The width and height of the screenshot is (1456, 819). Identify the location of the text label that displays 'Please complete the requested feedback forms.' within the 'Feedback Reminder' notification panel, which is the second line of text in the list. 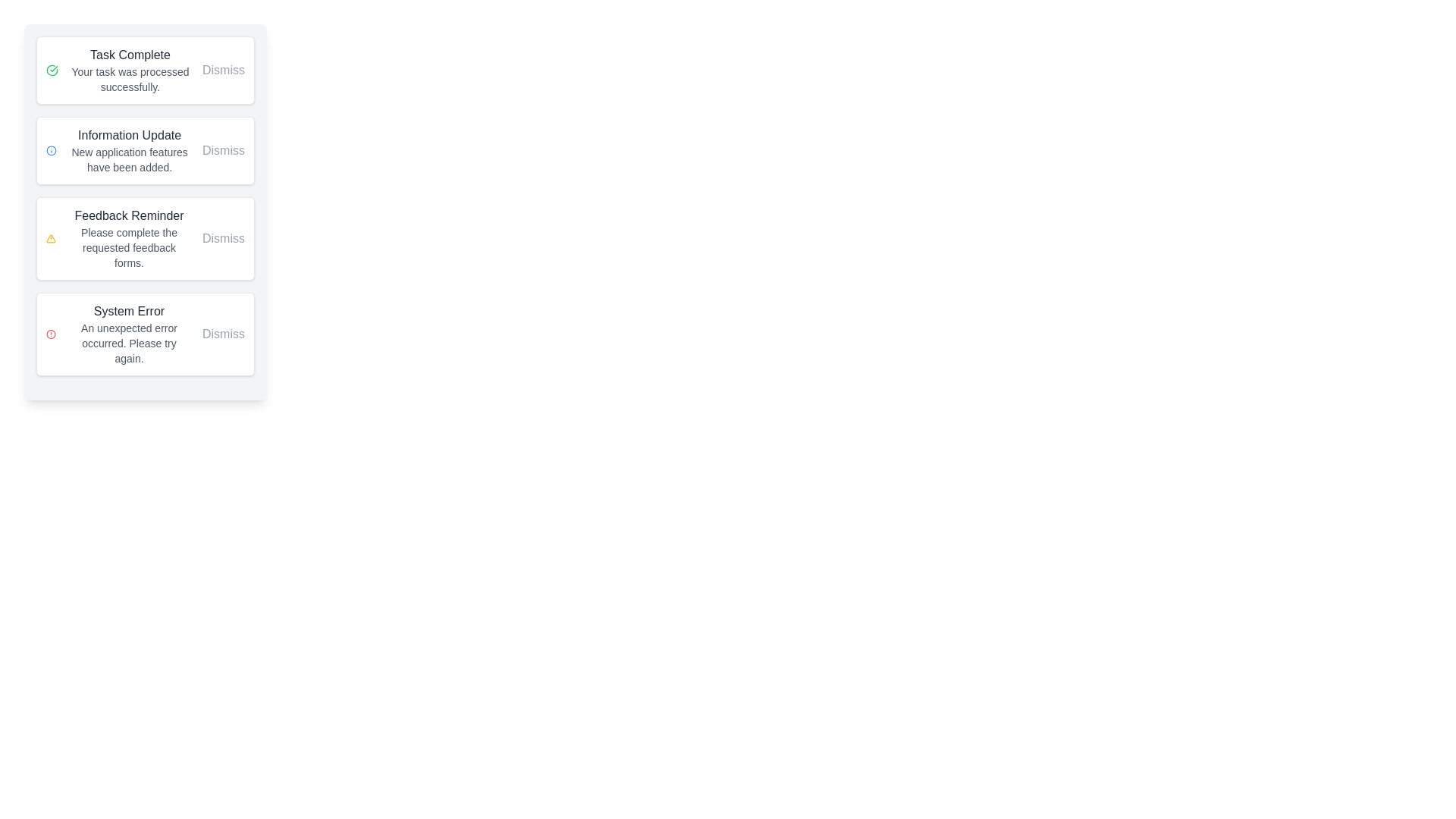
(129, 247).